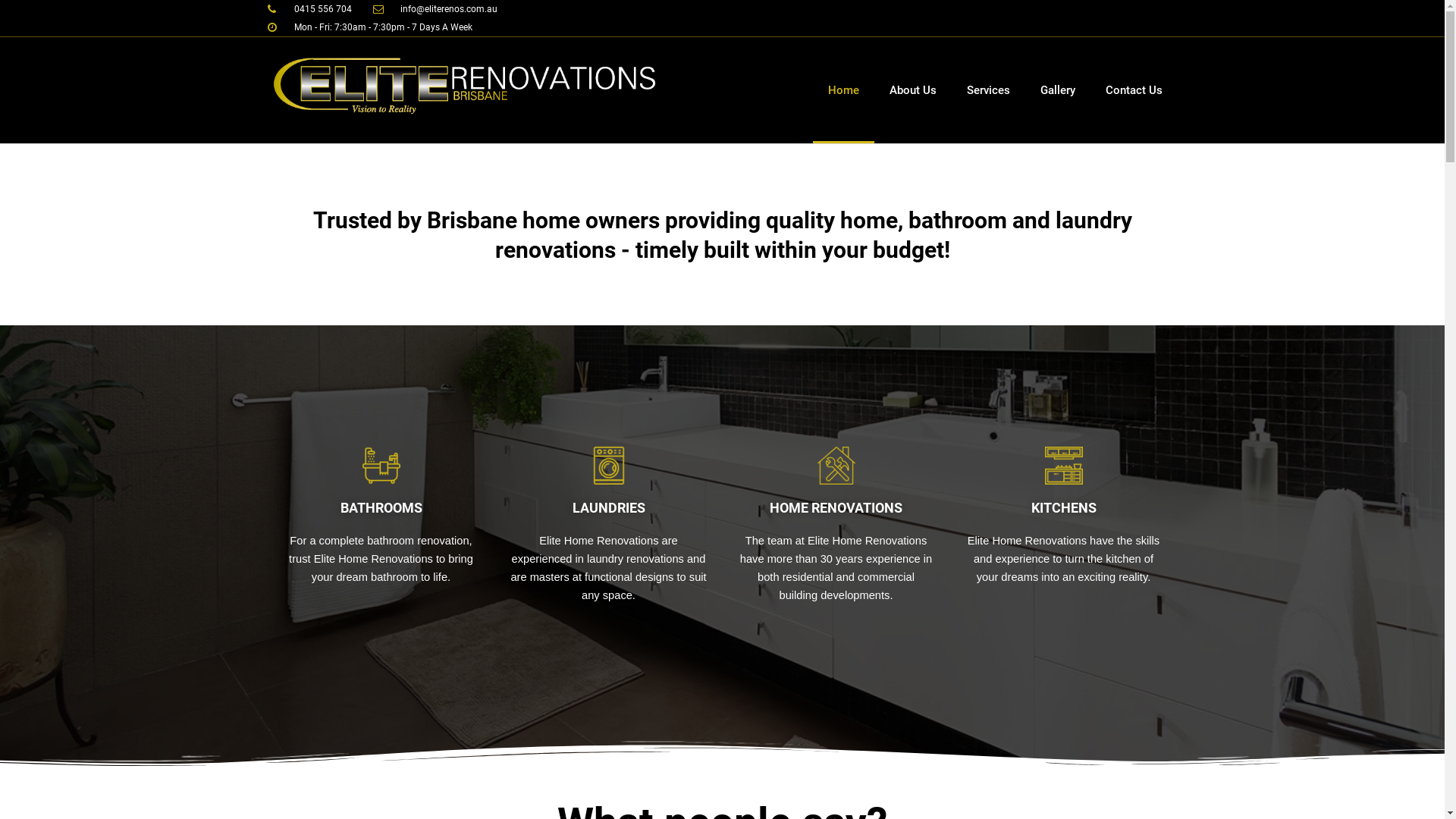 The width and height of the screenshot is (1456, 819). I want to click on 'Gallery', so click(1057, 90).